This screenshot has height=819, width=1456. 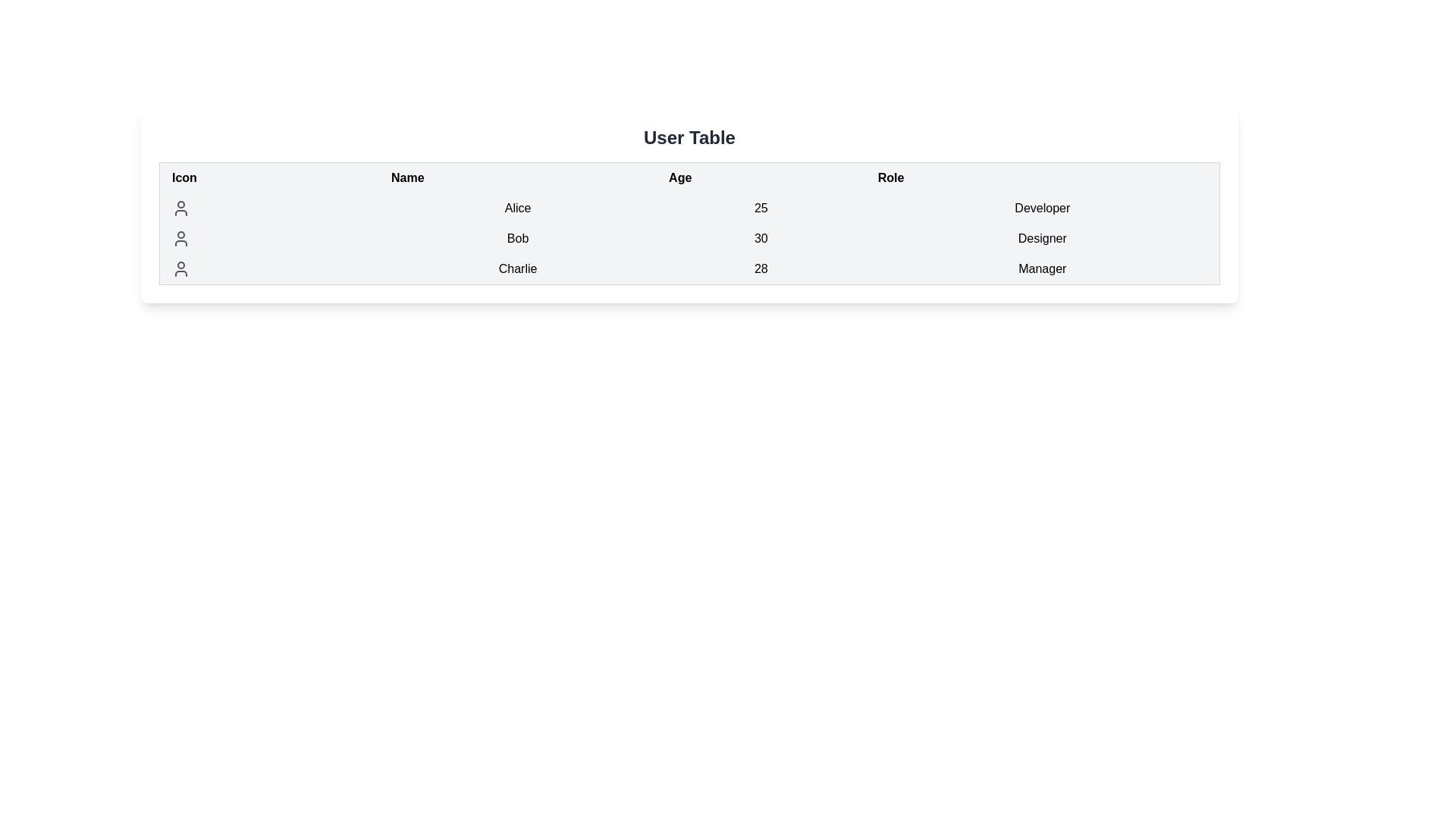 What do you see at coordinates (181, 208) in the screenshot?
I see `the user silhouette icon, which is styled in gray and located in the 'Icon' column of the first row in the user table interface` at bounding box center [181, 208].